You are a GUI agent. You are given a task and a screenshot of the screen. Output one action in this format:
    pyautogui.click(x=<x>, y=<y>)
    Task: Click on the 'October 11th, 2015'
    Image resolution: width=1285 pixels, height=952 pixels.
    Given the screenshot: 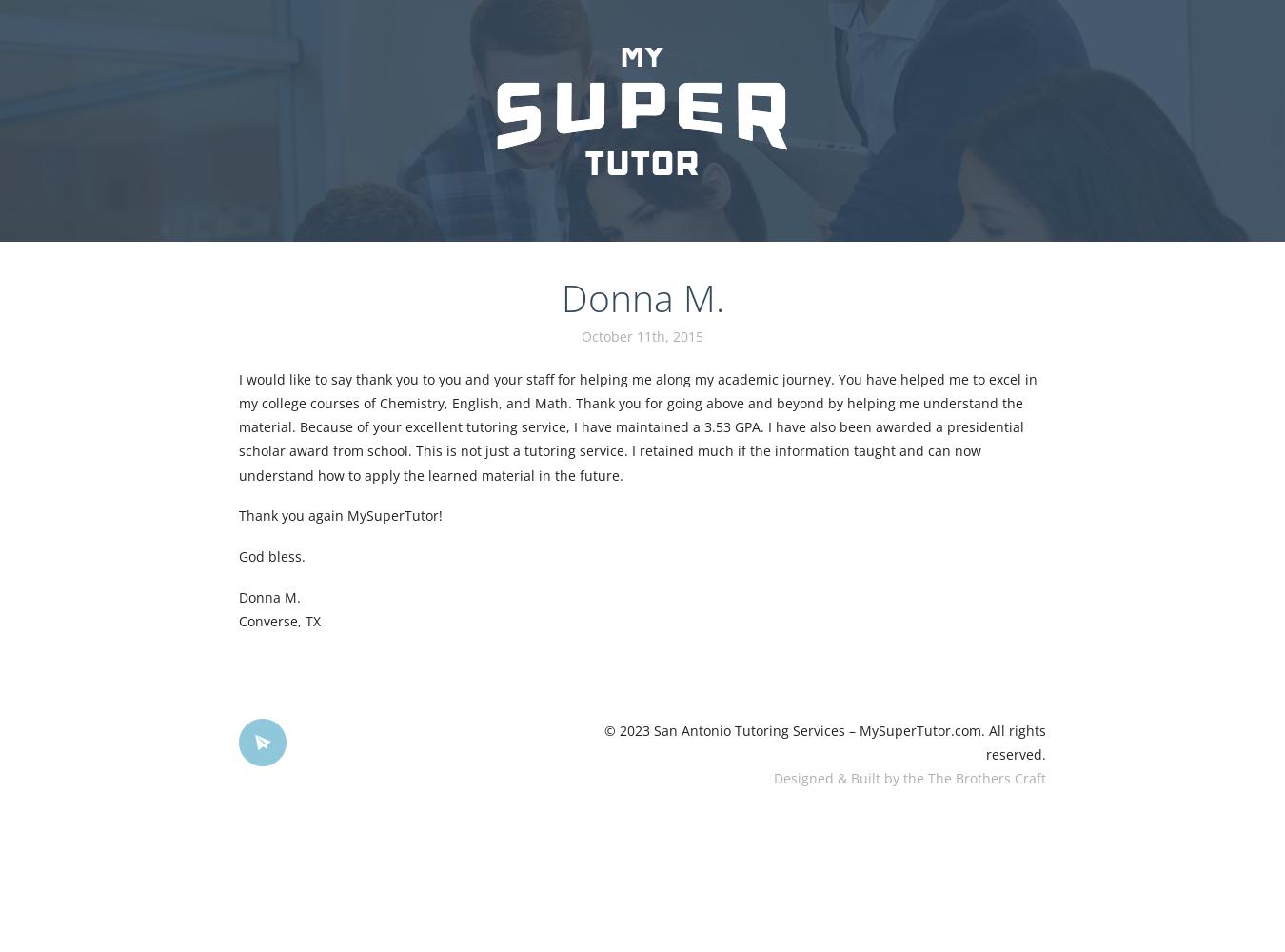 What is the action you would take?
    pyautogui.click(x=642, y=334)
    